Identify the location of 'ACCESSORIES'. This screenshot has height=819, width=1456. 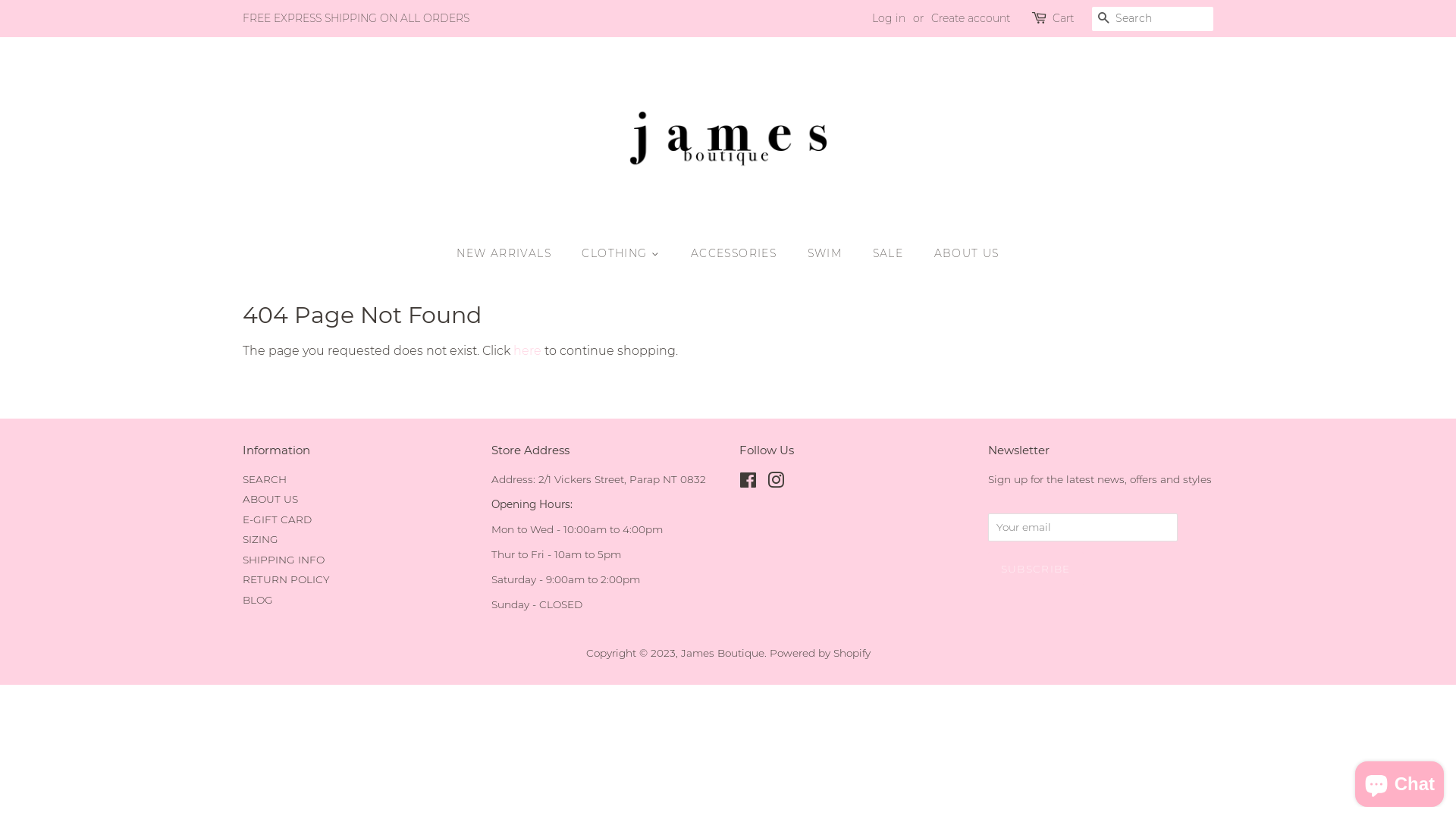
(735, 253).